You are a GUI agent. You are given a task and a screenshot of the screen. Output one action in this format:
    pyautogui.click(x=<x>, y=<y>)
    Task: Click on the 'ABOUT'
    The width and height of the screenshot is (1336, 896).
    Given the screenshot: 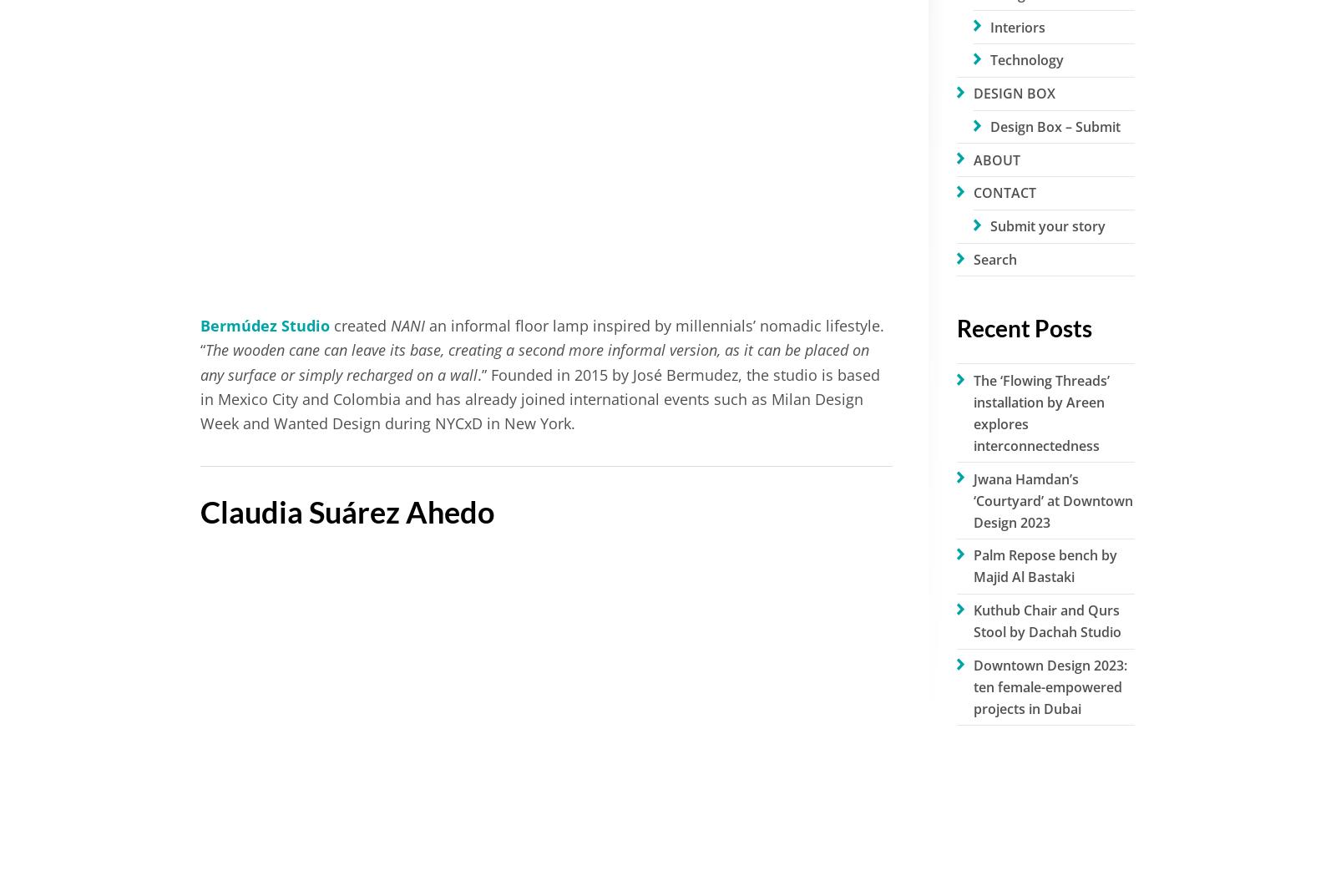 What is the action you would take?
    pyautogui.click(x=972, y=159)
    